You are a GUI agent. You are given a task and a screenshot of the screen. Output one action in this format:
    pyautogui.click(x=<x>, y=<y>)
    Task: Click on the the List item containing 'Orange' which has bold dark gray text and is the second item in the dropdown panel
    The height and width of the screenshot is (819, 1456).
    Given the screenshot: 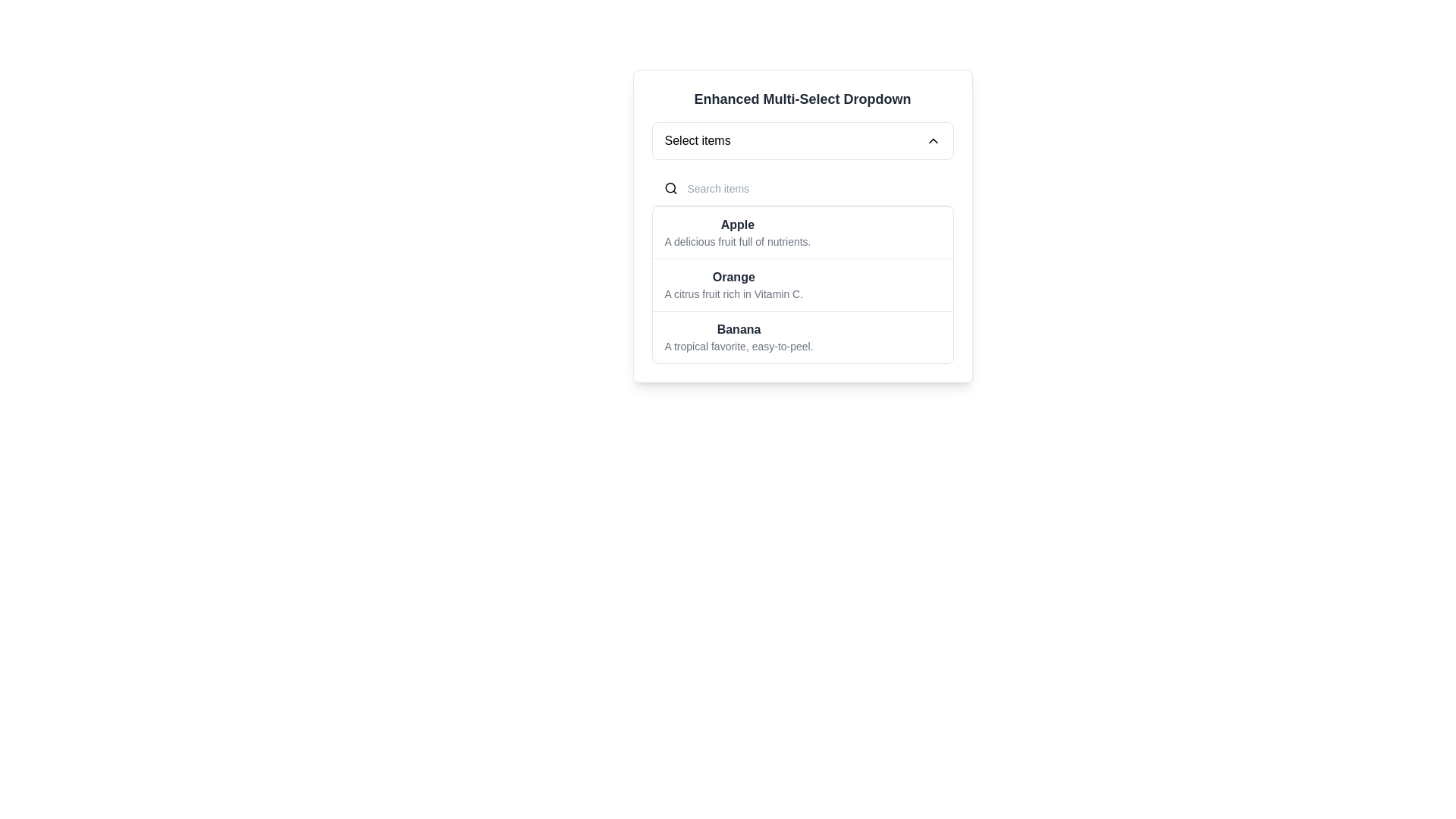 What is the action you would take?
    pyautogui.click(x=733, y=284)
    